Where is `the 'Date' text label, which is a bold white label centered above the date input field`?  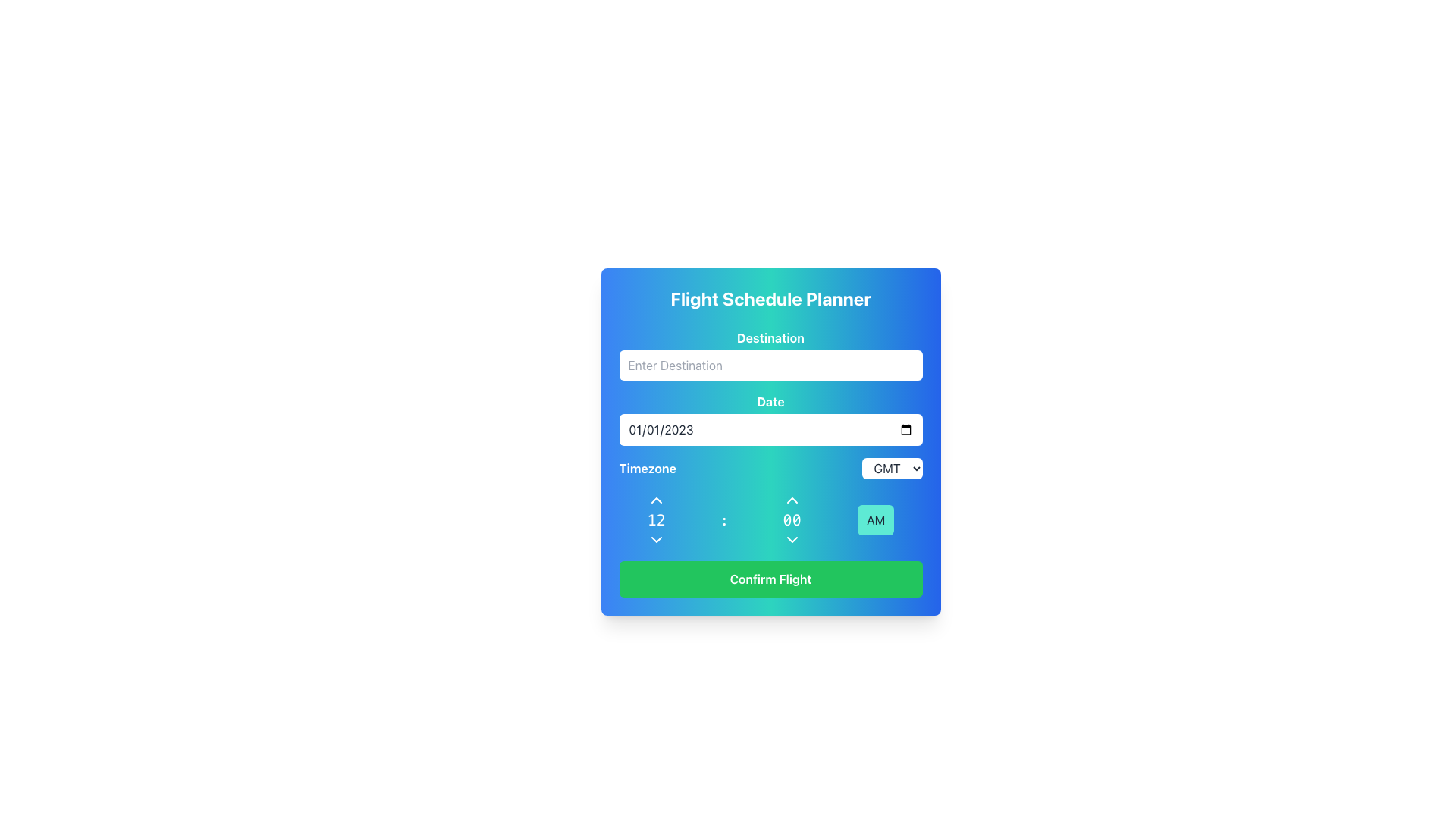
the 'Date' text label, which is a bold white label centered above the date input field is located at coordinates (770, 400).